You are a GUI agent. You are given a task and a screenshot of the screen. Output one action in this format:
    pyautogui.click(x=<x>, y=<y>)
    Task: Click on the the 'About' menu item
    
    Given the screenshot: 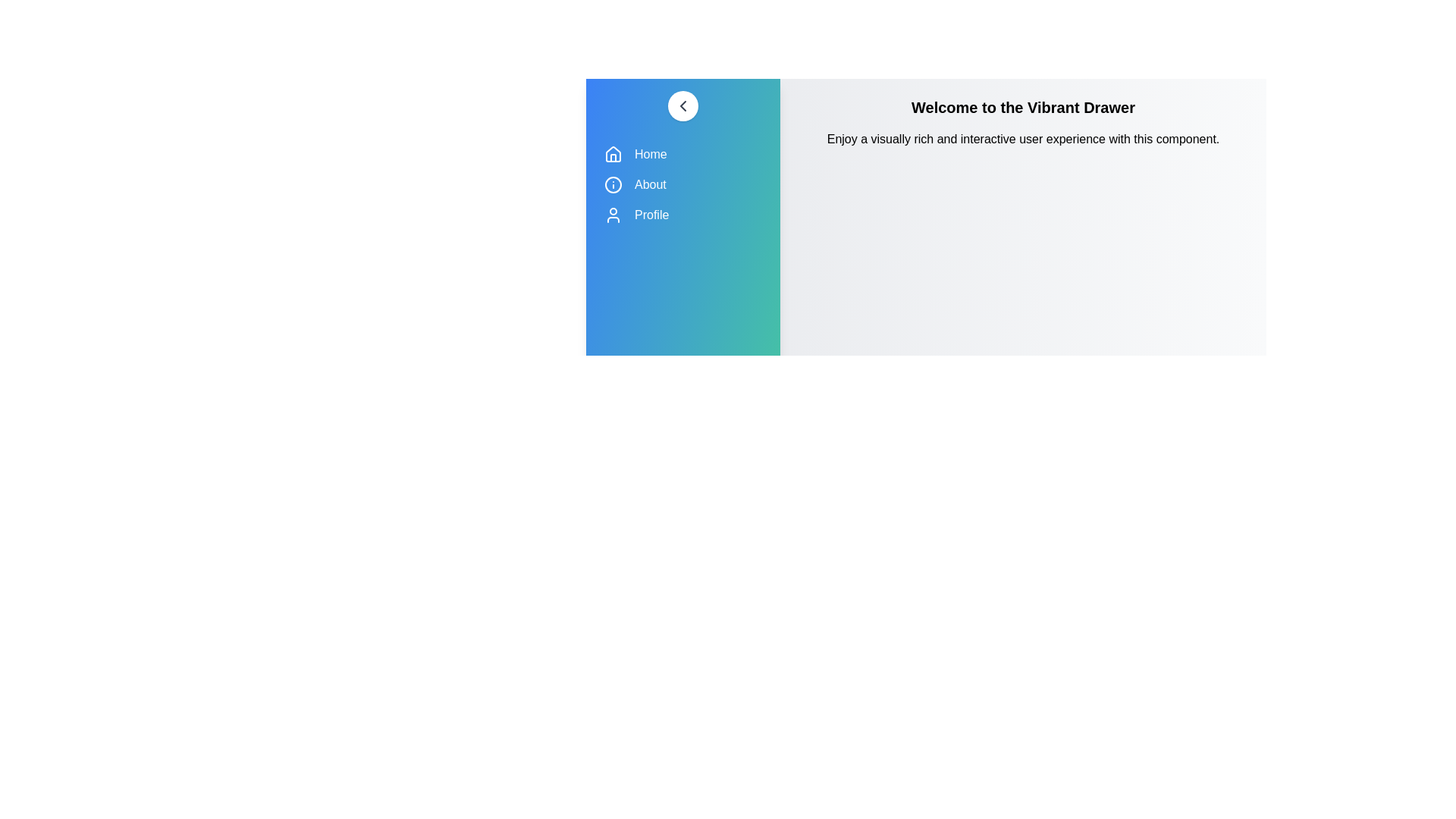 What is the action you would take?
    pyautogui.click(x=682, y=184)
    